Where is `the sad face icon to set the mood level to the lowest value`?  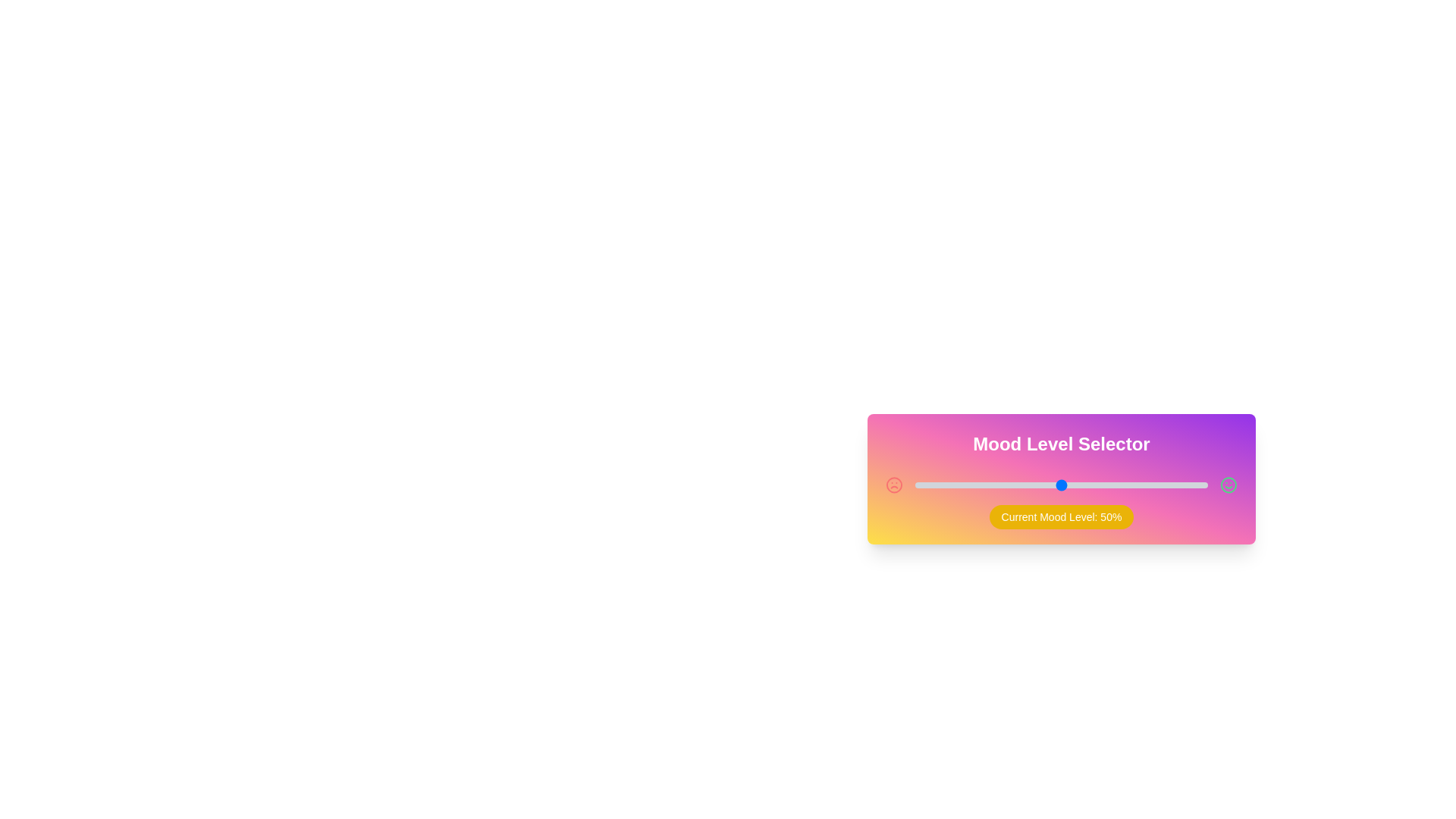
the sad face icon to set the mood level to the lowest value is located at coordinates (894, 485).